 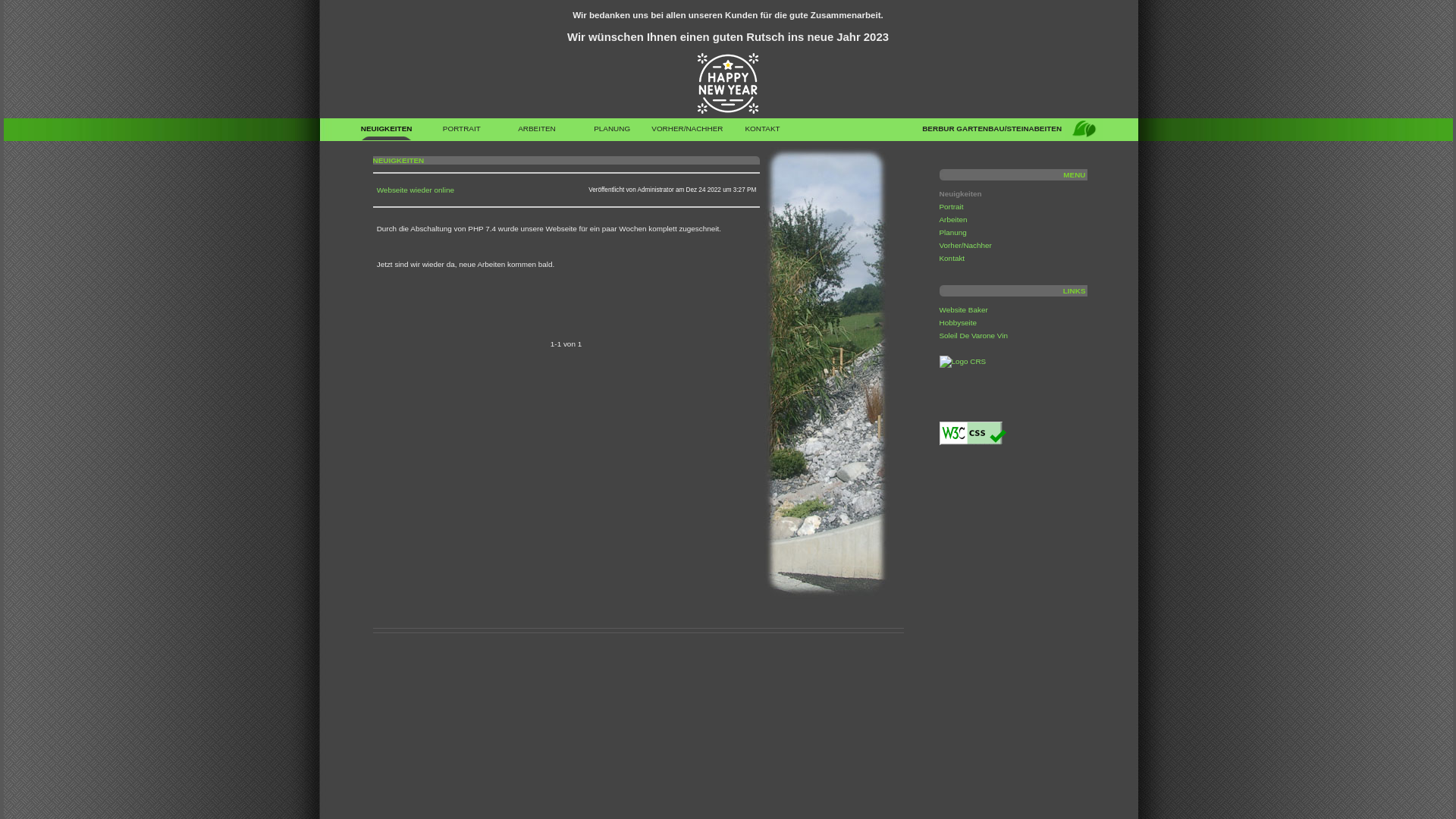 I want to click on 'VORHER/NACHHER', so click(x=686, y=131).